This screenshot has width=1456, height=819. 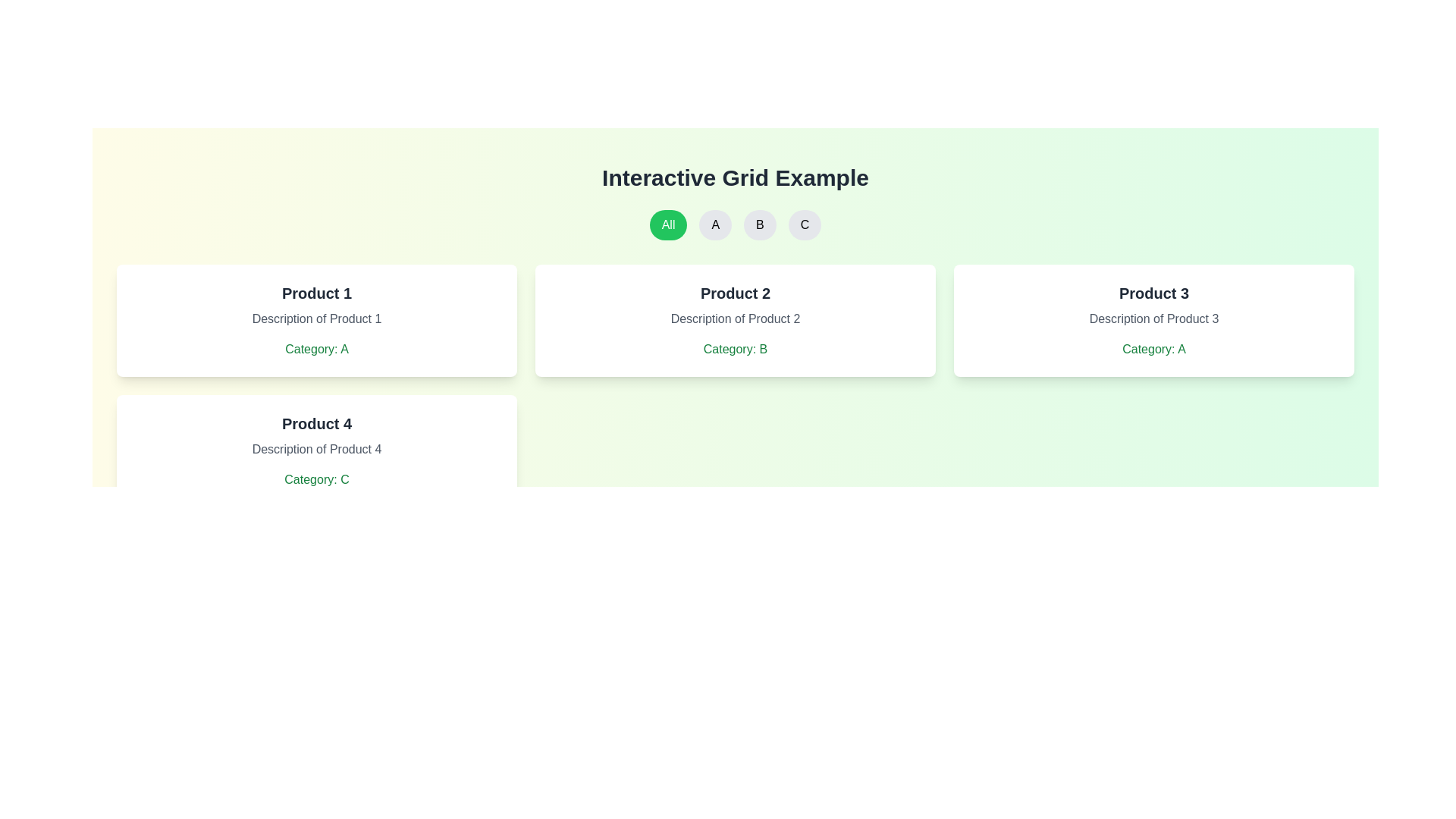 What do you see at coordinates (1153, 293) in the screenshot?
I see `the heading that displays the text 'Product 3'` at bounding box center [1153, 293].